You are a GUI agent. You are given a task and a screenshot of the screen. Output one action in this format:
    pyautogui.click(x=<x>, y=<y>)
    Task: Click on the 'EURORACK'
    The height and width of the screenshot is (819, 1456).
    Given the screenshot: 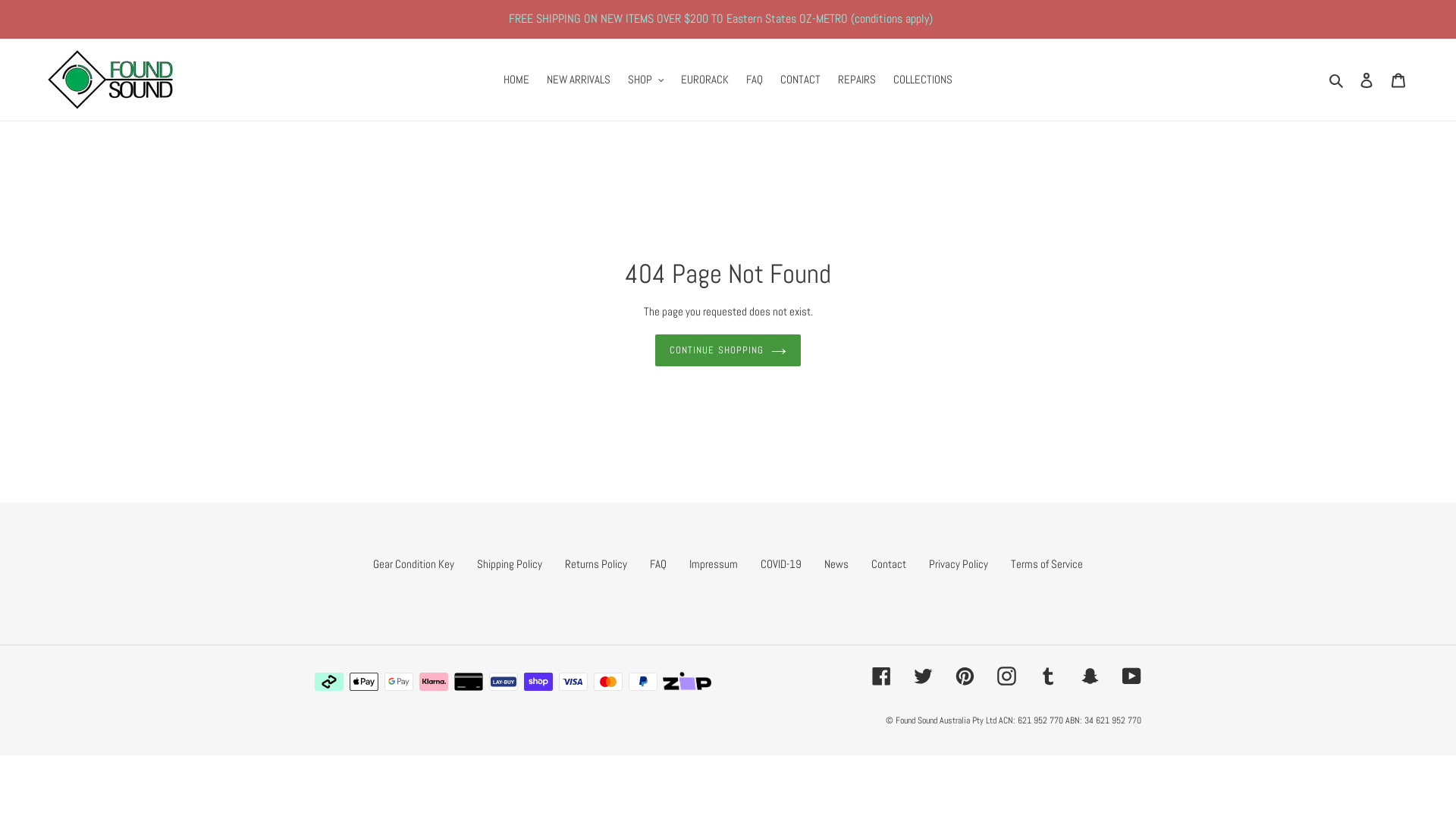 What is the action you would take?
    pyautogui.click(x=673, y=80)
    